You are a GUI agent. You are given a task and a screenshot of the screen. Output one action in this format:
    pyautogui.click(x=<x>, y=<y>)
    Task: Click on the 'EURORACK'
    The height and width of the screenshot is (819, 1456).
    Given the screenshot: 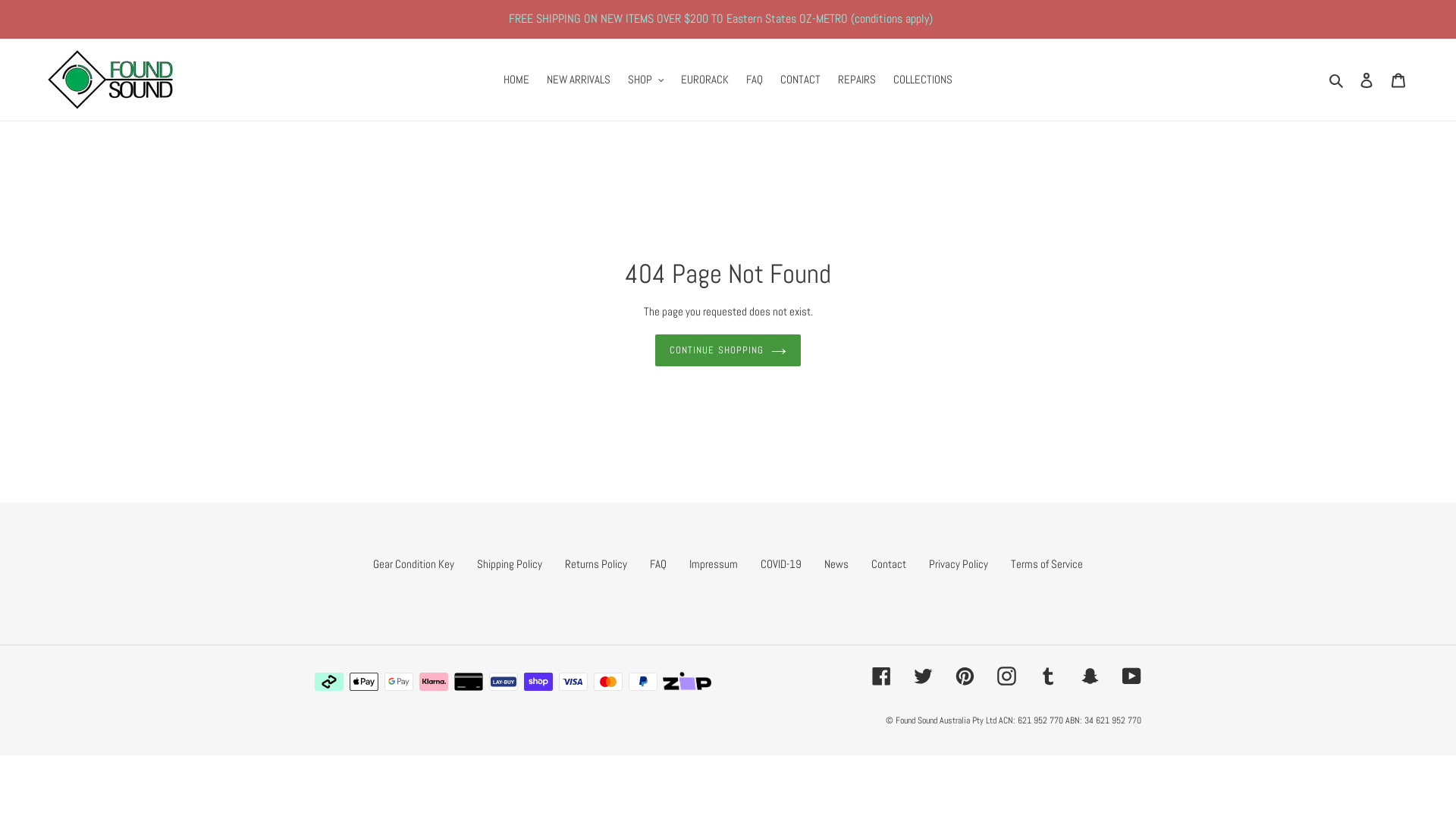 What is the action you would take?
    pyautogui.click(x=673, y=80)
    